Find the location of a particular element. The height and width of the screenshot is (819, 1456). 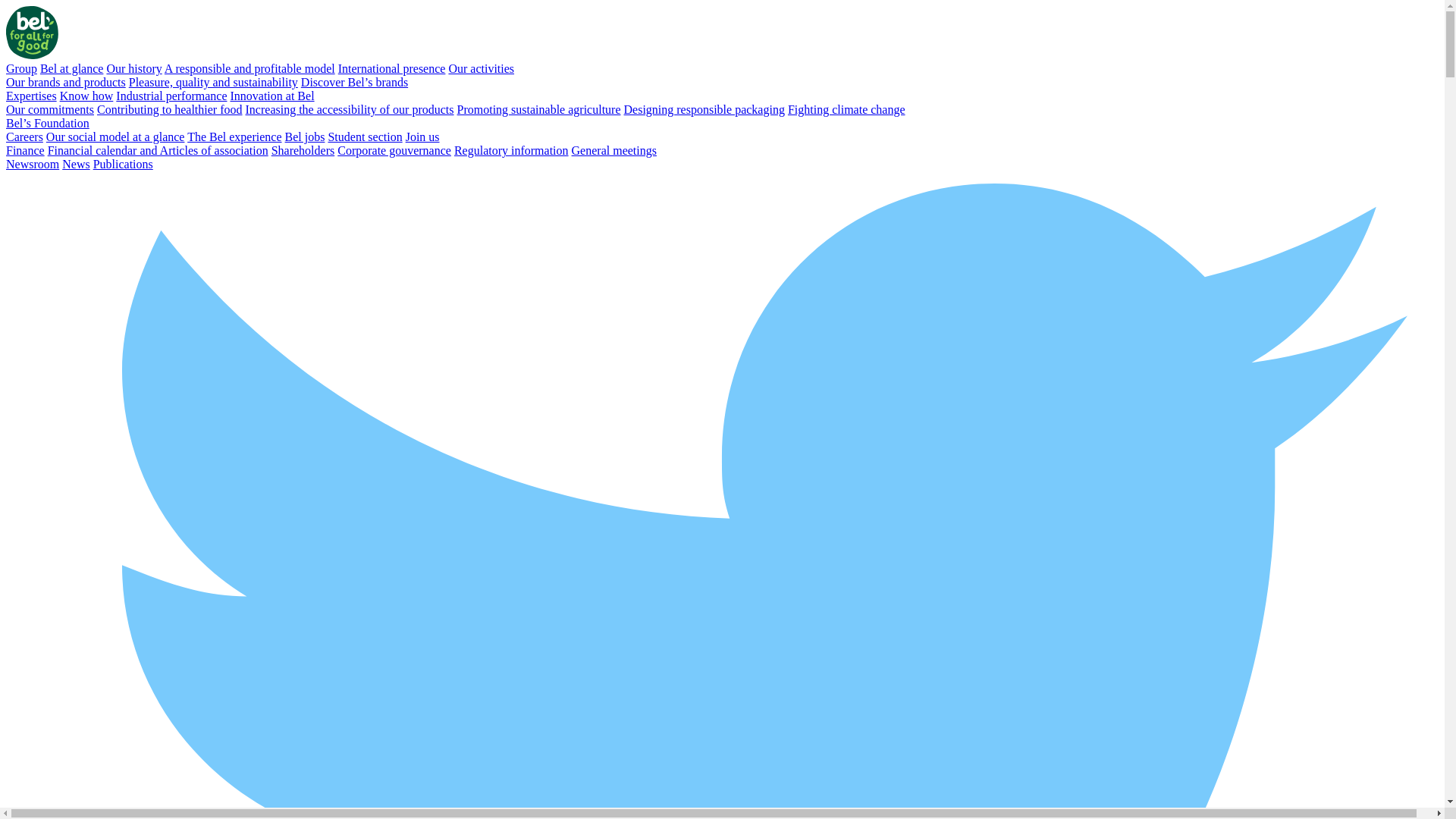

'Designing responsible packaging' is located at coordinates (702, 108).